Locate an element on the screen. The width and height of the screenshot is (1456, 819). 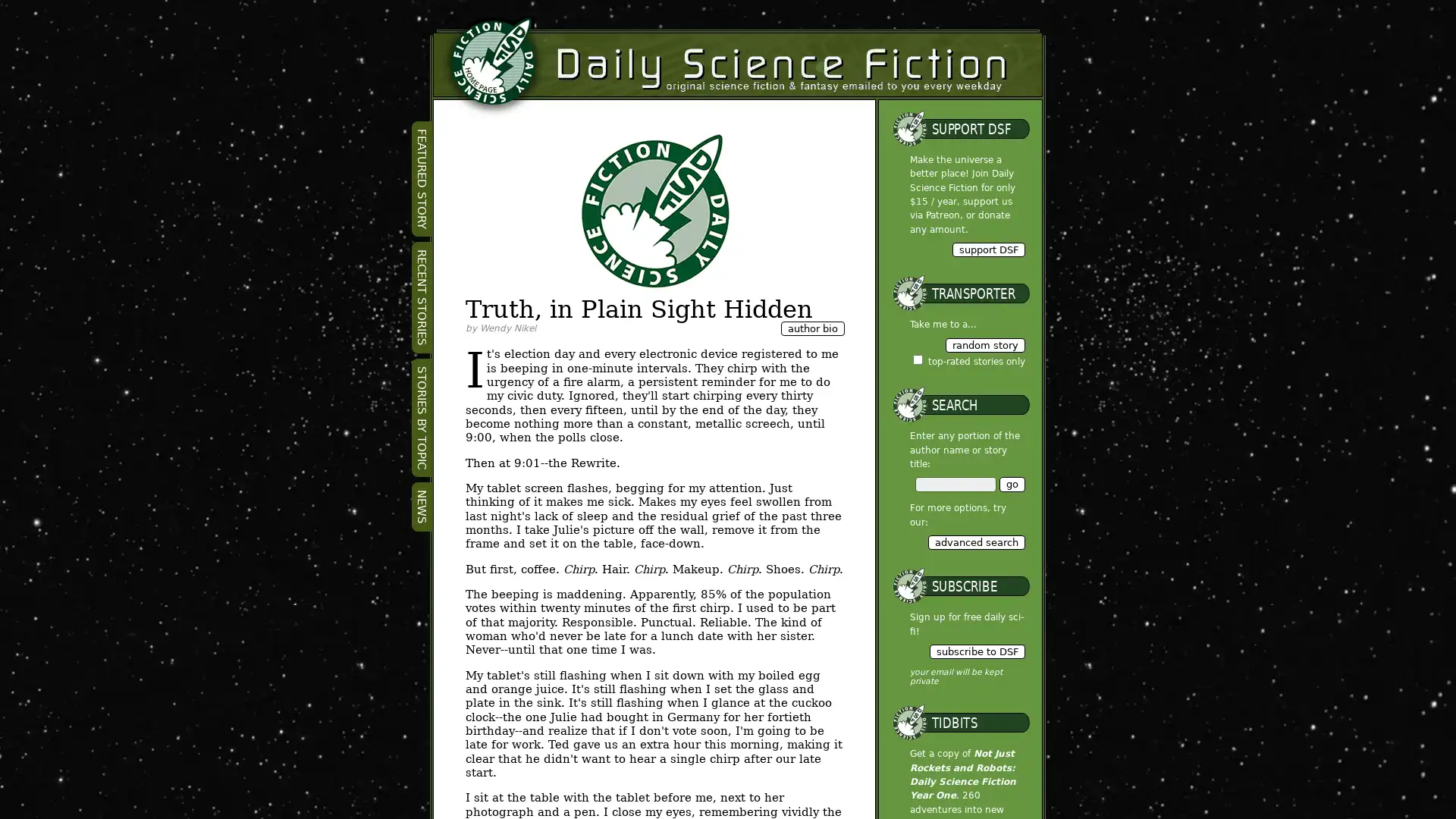
subscribe to DSF is located at coordinates (976, 651).